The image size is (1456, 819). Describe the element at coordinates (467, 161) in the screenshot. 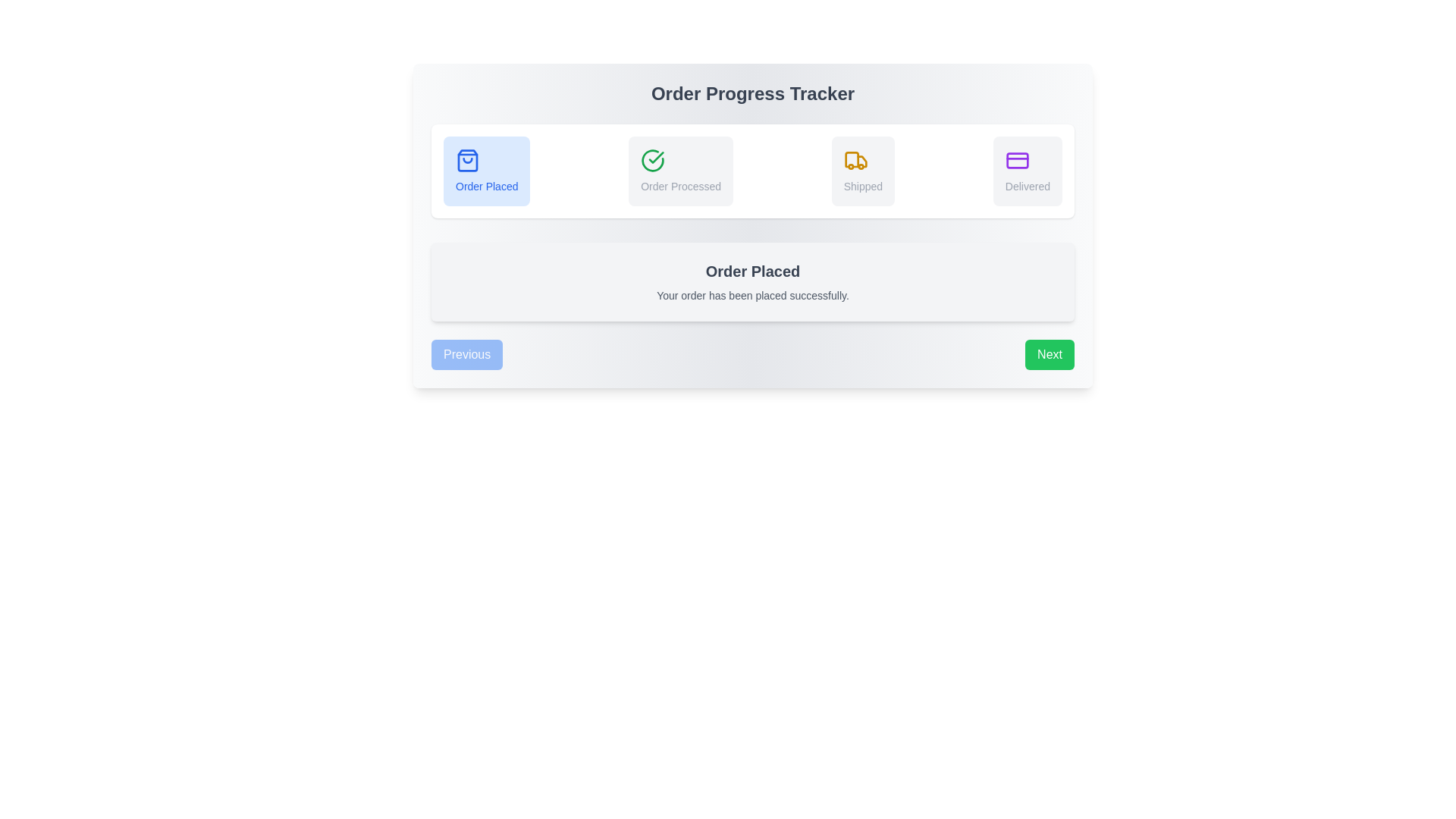

I see `the 'Order Placed' icon located in the top row of the progress tracker interface, specifically inside the first card, to visually represent an order being placed` at that location.